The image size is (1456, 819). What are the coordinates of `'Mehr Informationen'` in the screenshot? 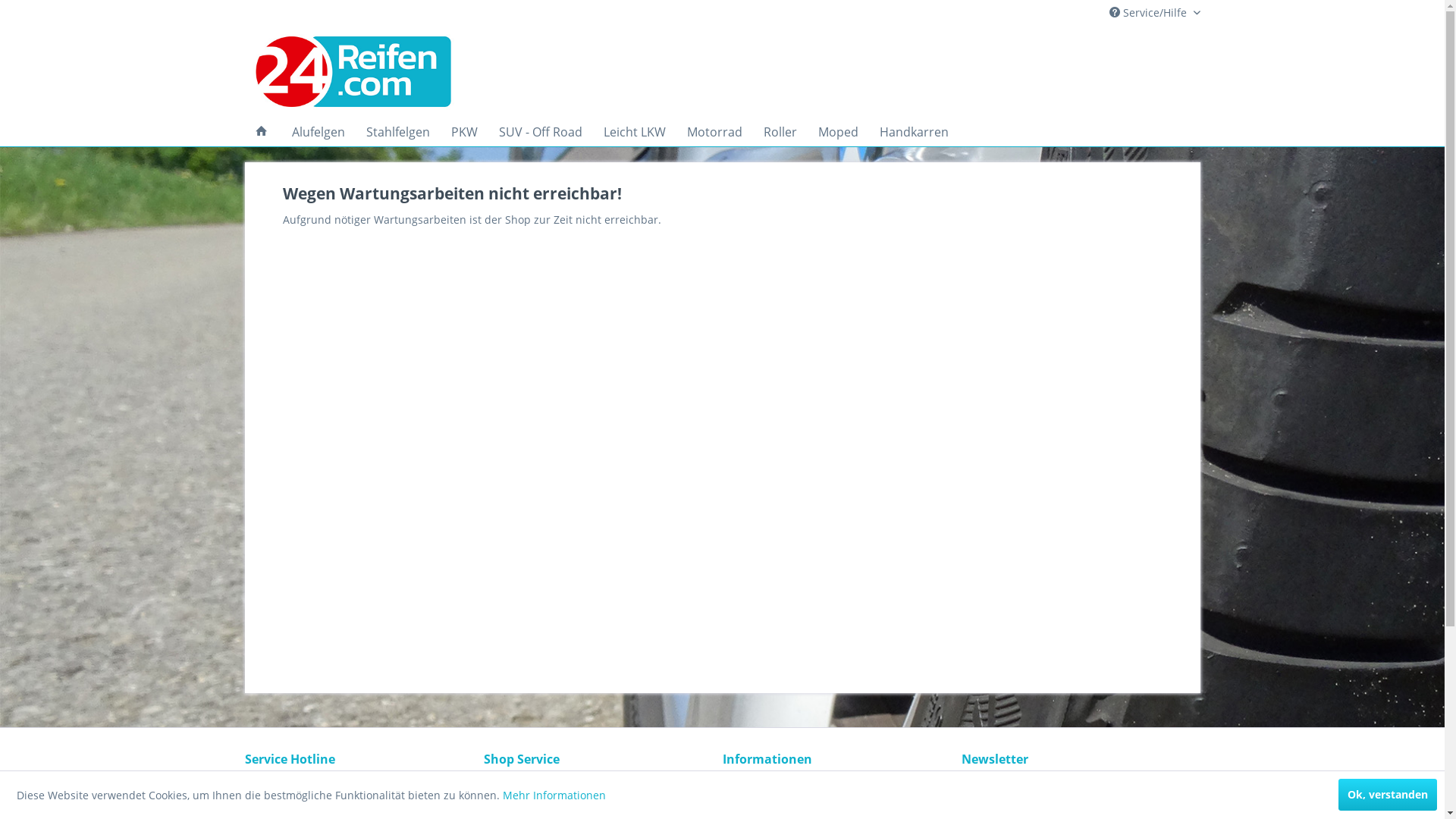 It's located at (553, 794).